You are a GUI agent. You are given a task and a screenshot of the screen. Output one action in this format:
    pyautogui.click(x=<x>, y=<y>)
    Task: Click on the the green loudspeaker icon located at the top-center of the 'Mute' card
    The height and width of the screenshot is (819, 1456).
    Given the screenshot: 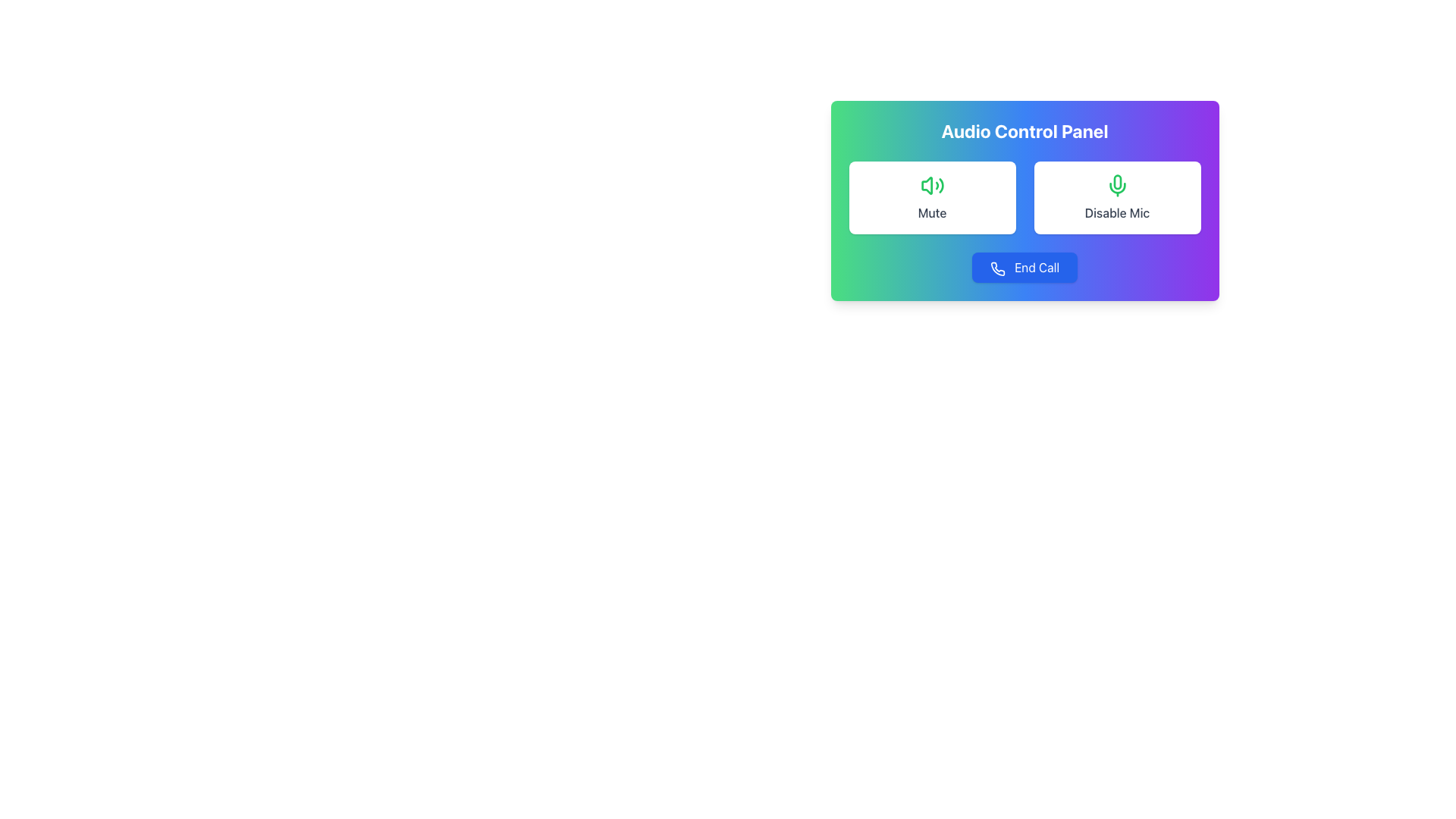 What is the action you would take?
    pyautogui.click(x=931, y=185)
    